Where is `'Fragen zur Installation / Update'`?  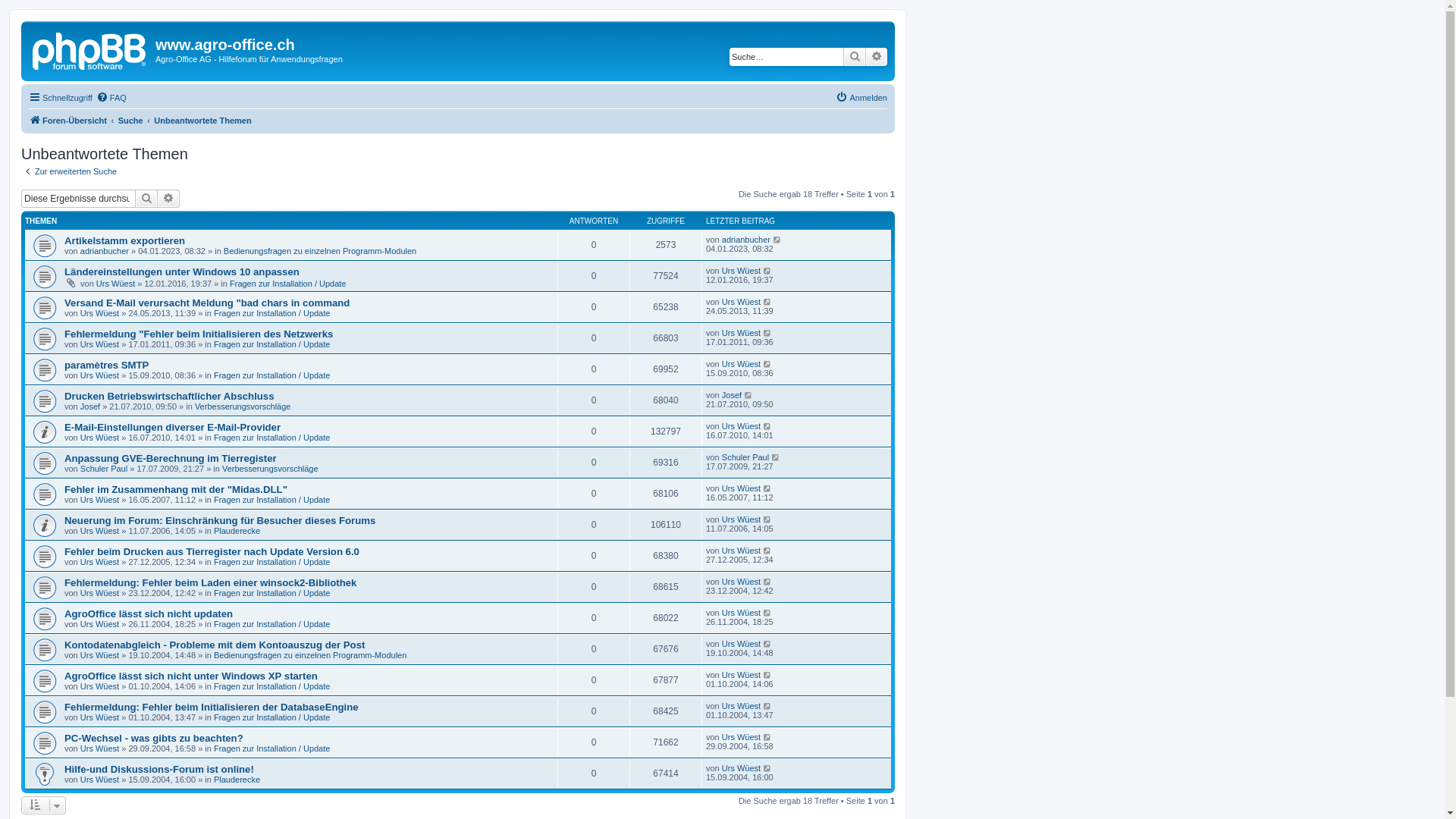
'Fragen zur Installation / Update' is located at coordinates (271, 344).